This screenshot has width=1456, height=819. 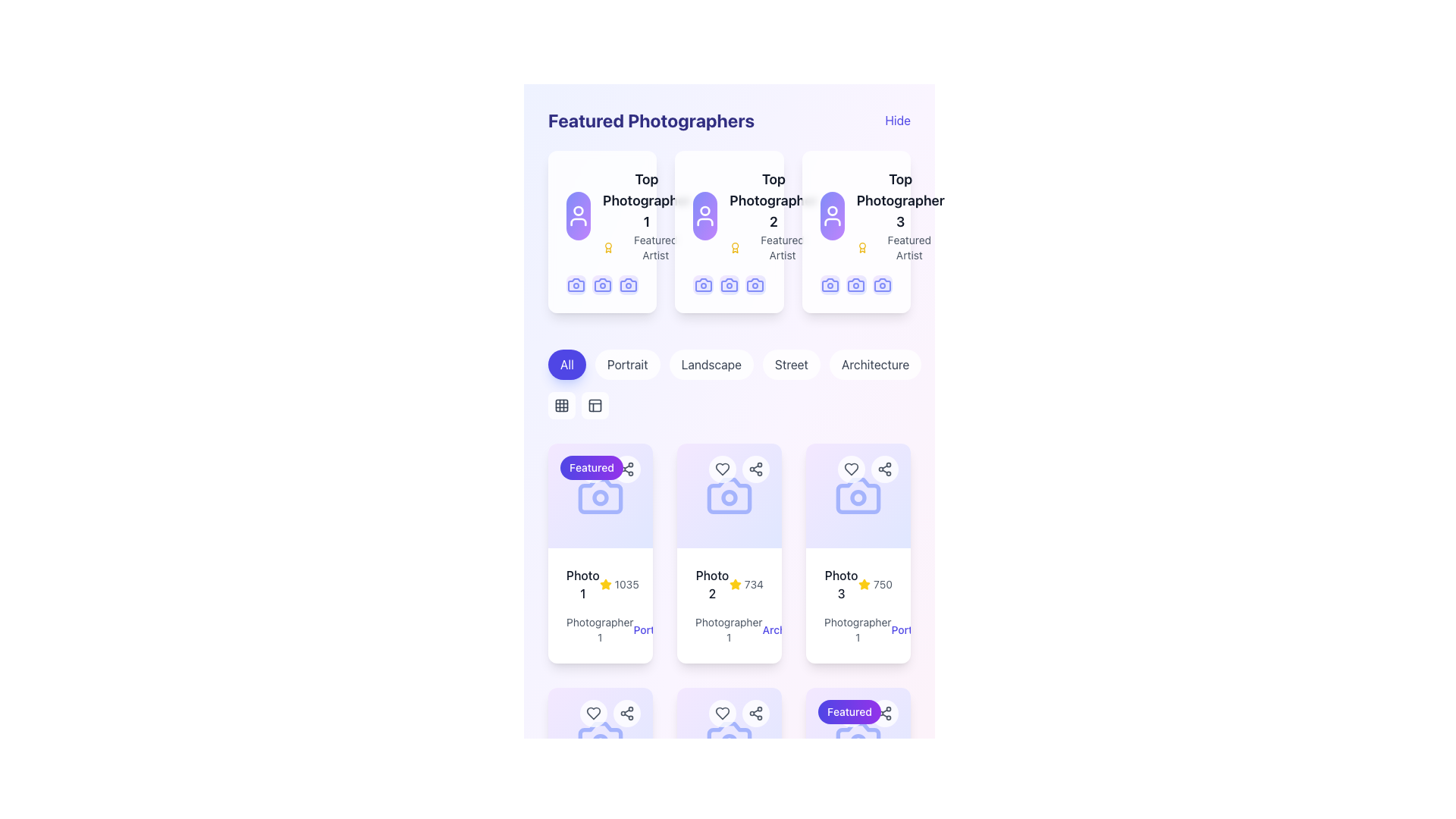 I want to click on the decorative photography icon located in the second card of the photographer row, positioned below the title and avatar, aligned with the icon group, so click(x=702, y=285).